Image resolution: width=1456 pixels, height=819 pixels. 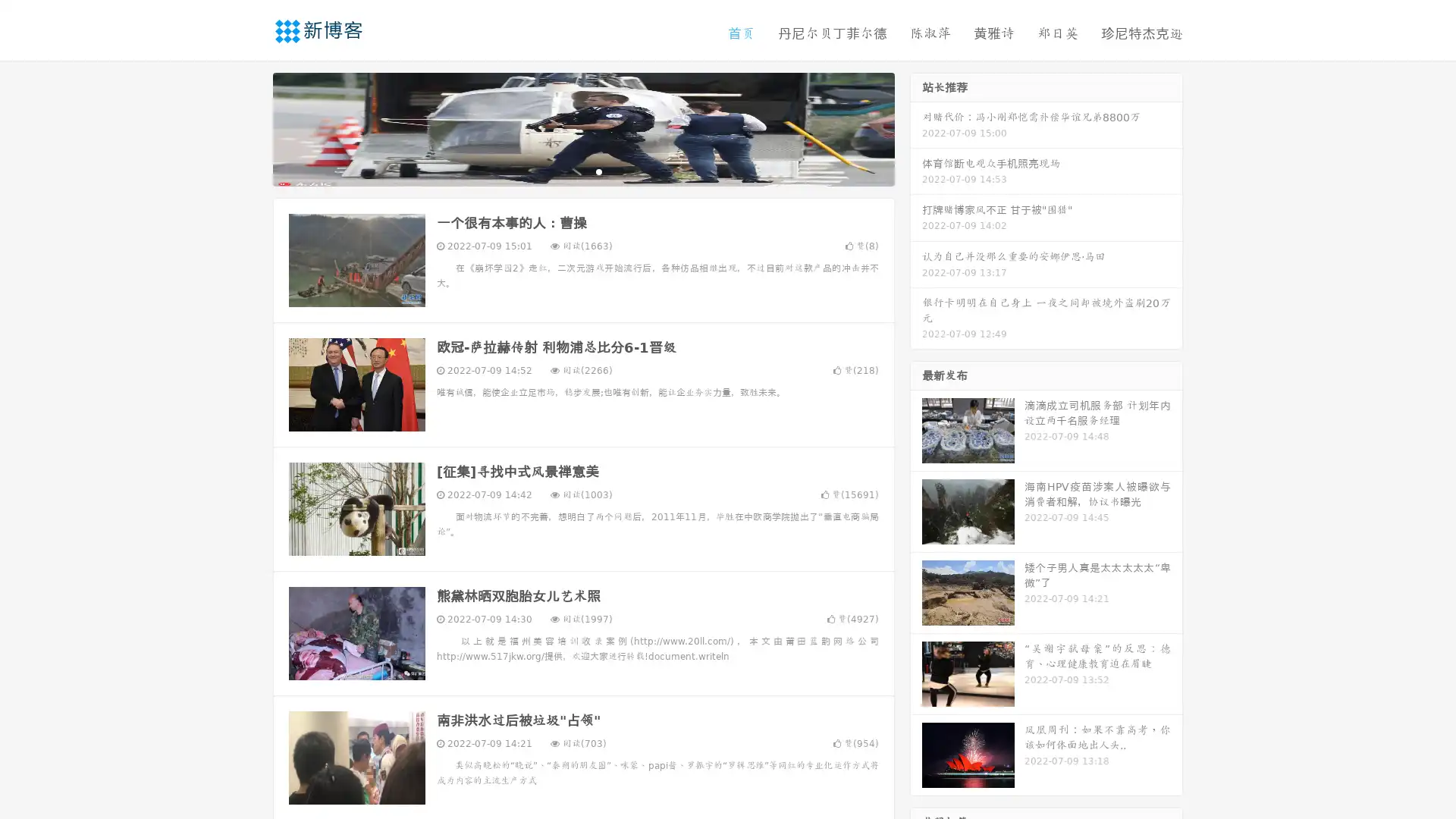 I want to click on Go to slide 1, so click(x=567, y=171).